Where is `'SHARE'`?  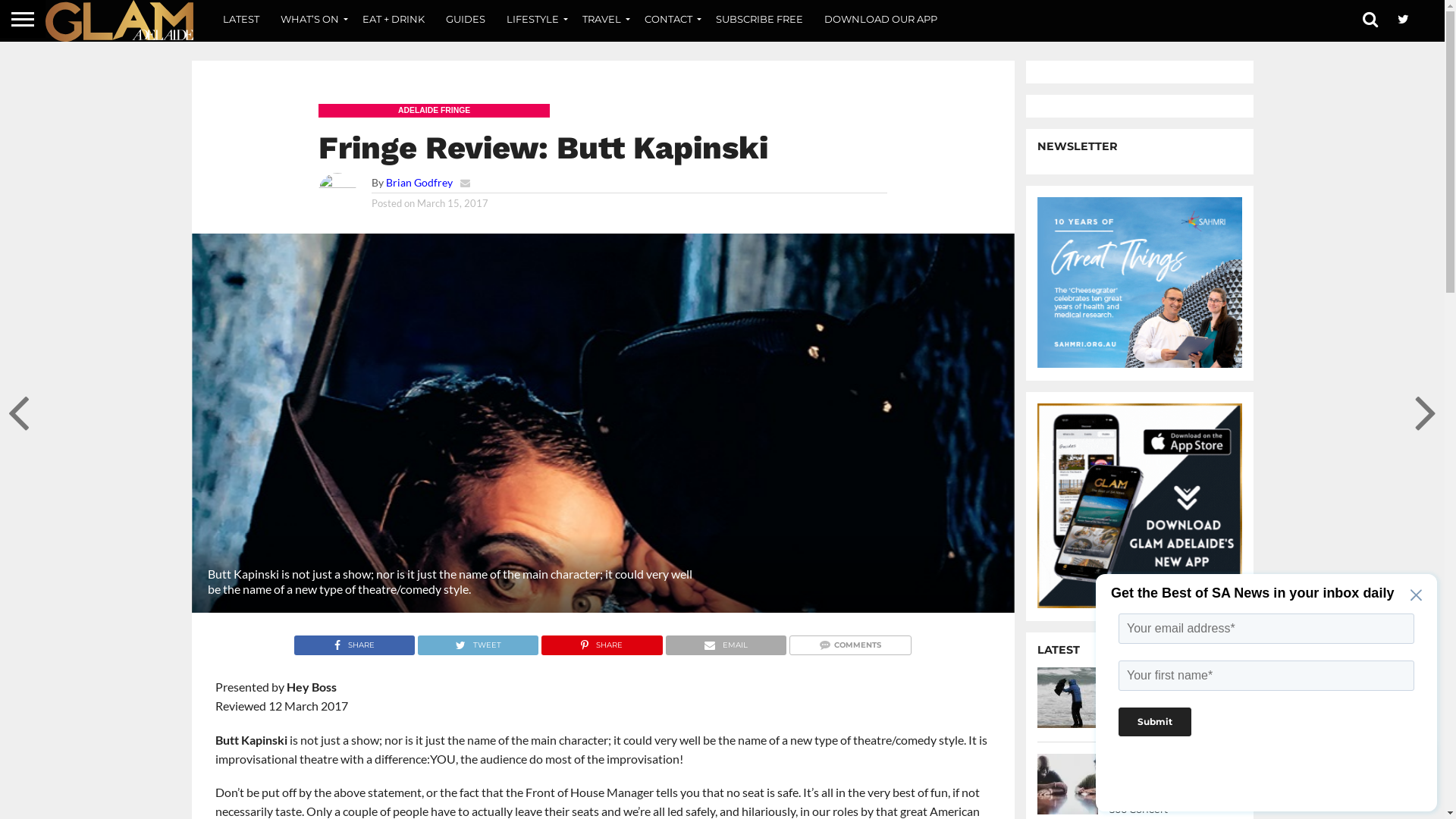 'SHARE' is located at coordinates (353, 641).